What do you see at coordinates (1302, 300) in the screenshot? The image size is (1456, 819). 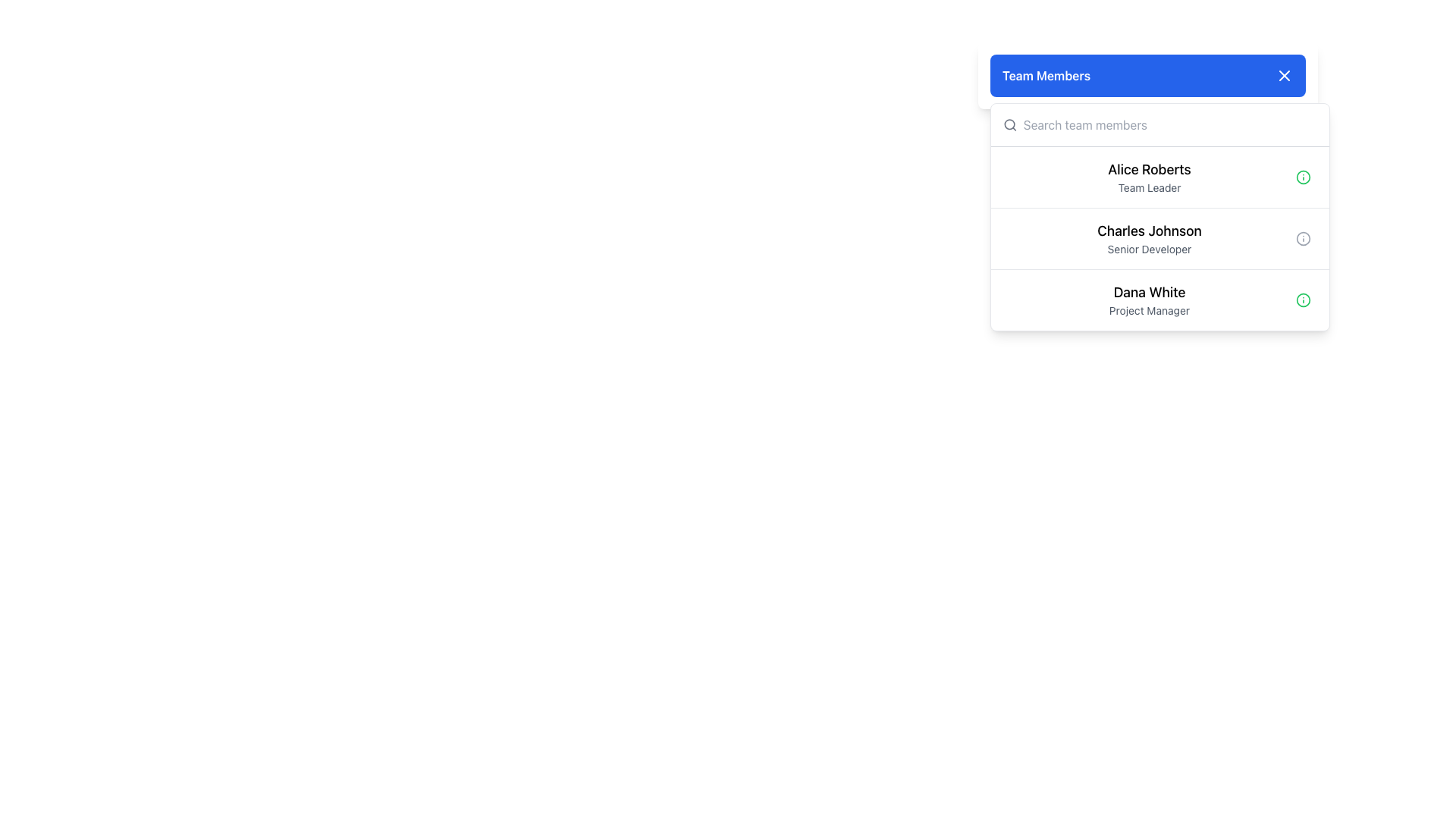 I see `the green circular outline located next` at bounding box center [1302, 300].